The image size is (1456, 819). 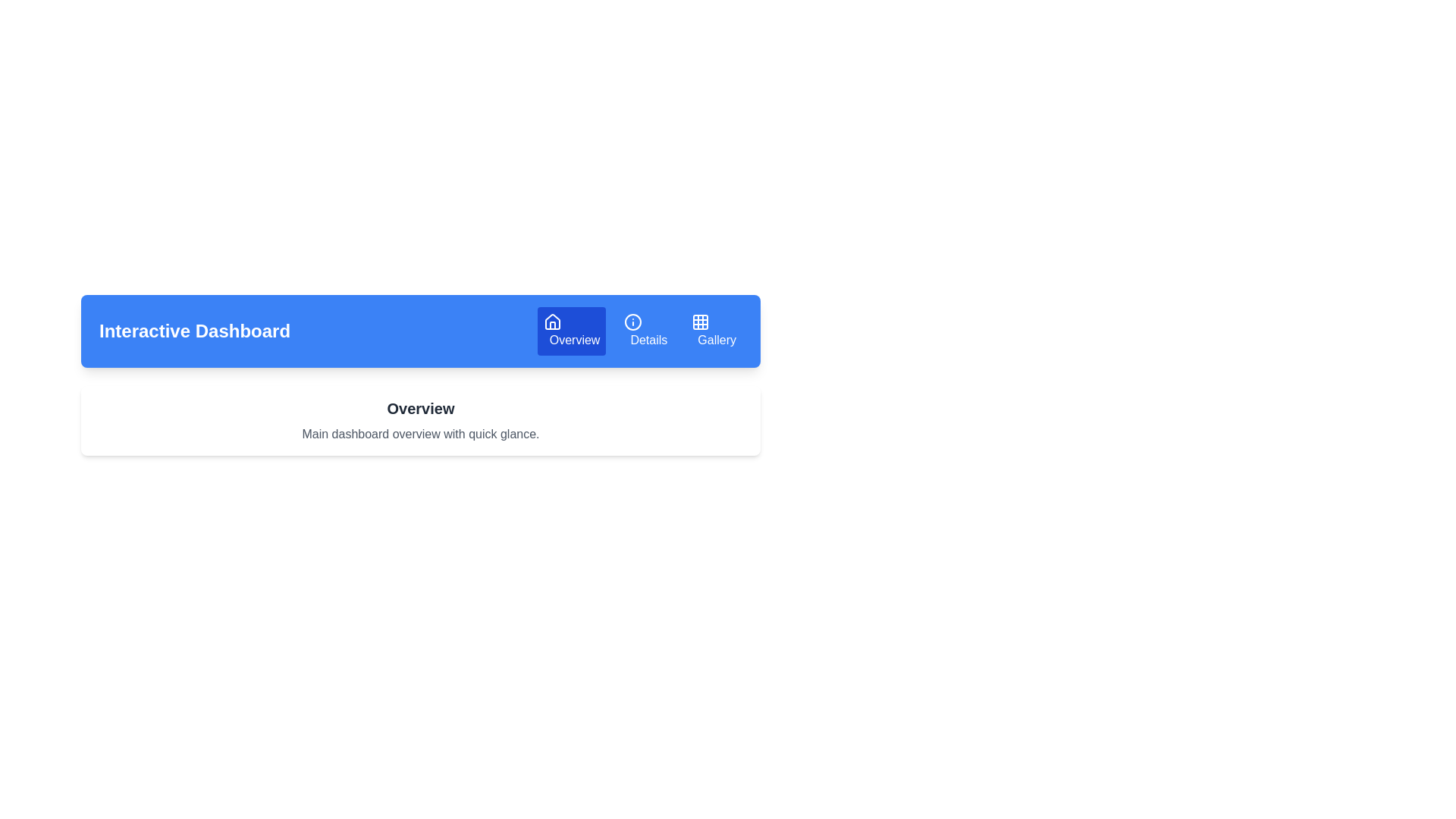 I want to click on the 'Details' tab to activate it, so click(x=645, y=330).